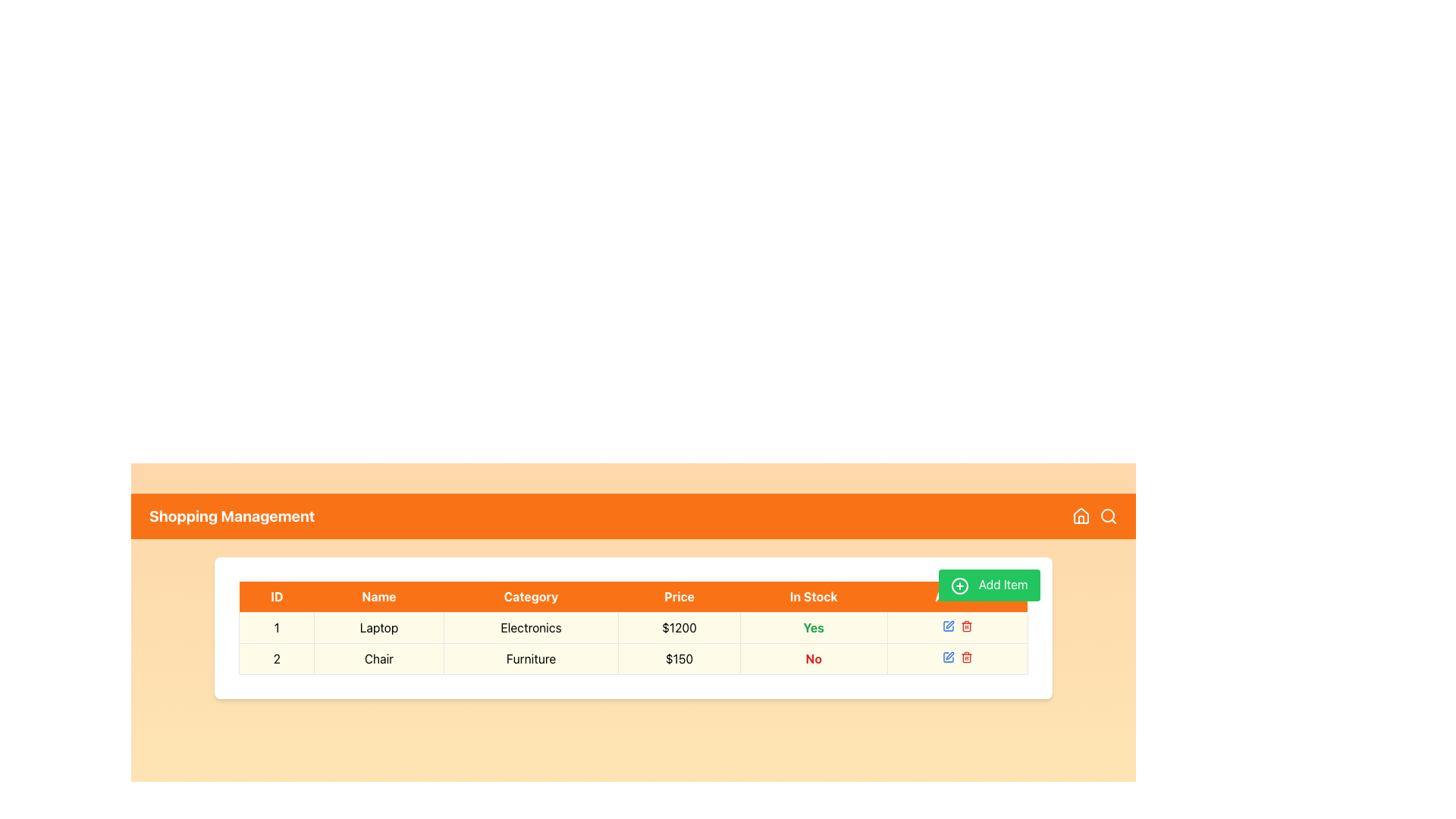 Image resolution: width=1456 pixels, height=819 pixels. Describe the element at coordinates (1107, 514) in the screenshot. I see `the orange-red filled circular SVG element that is centered within the magnifying glass icon, located at the rightmost position in the orange header bar` at that location.